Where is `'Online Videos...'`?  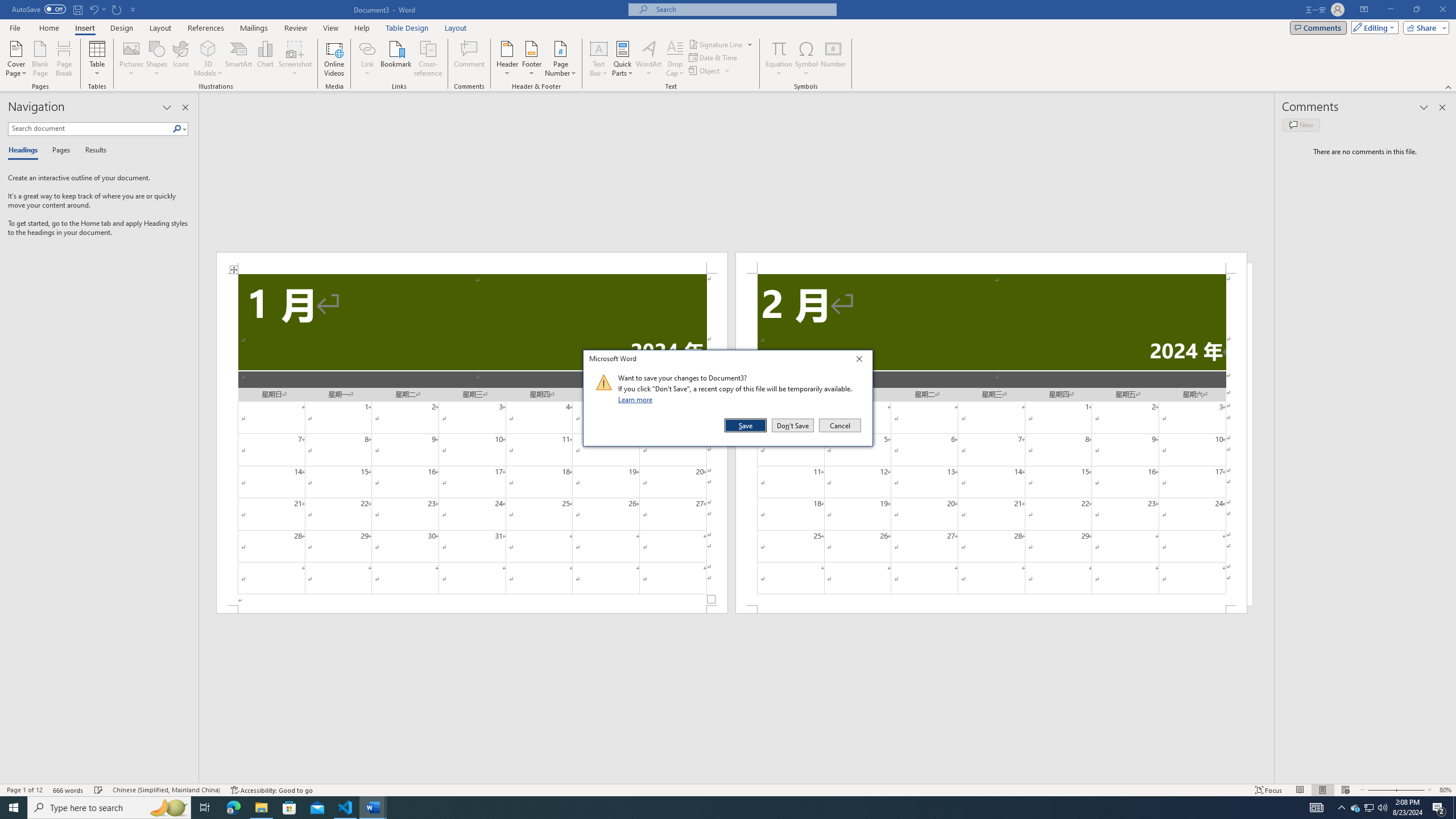 'Online Videos...' is located at coordinates (334, 59).